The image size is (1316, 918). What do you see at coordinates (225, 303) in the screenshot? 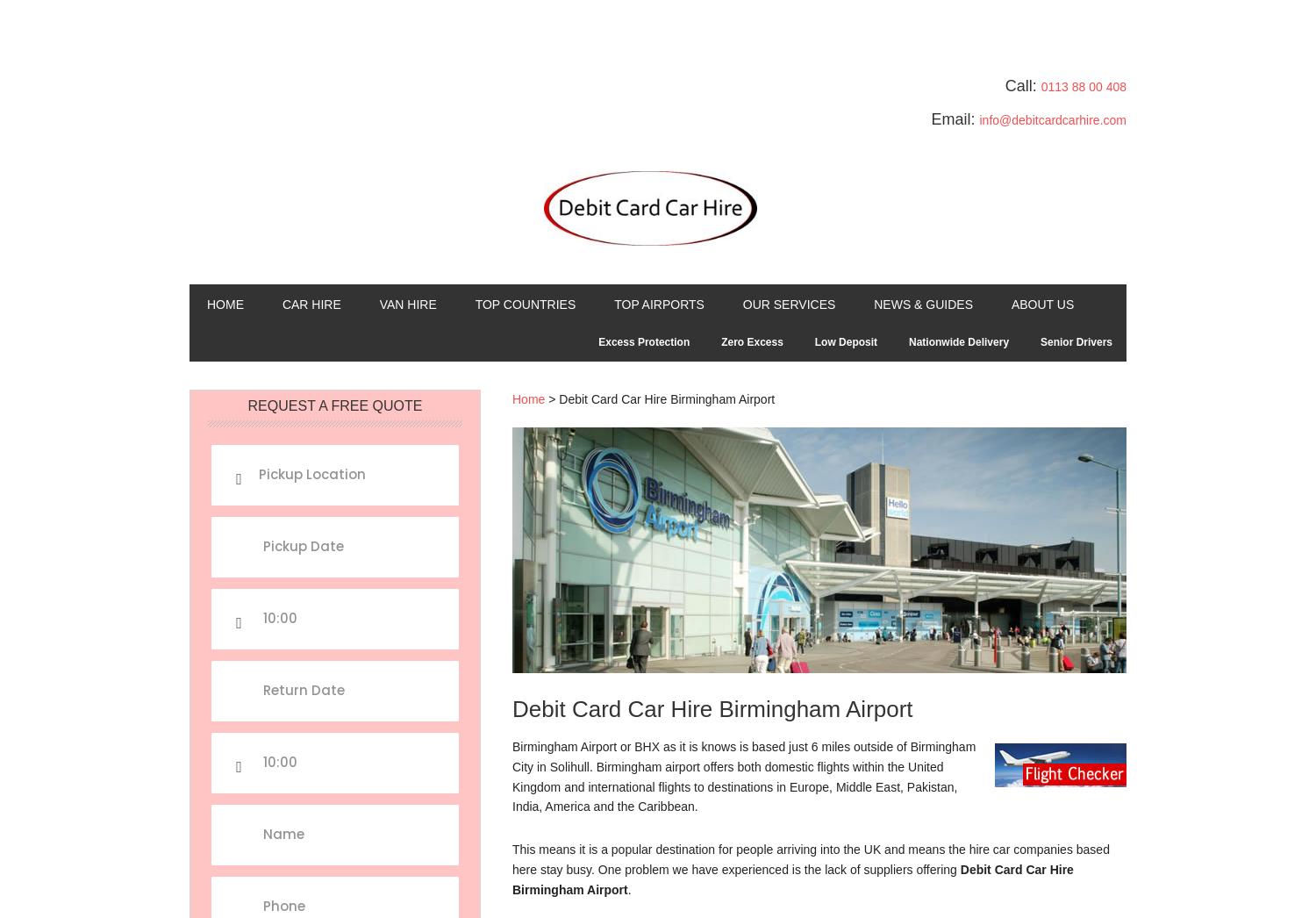
I see `'Home'` at bounding box center [225, 303].